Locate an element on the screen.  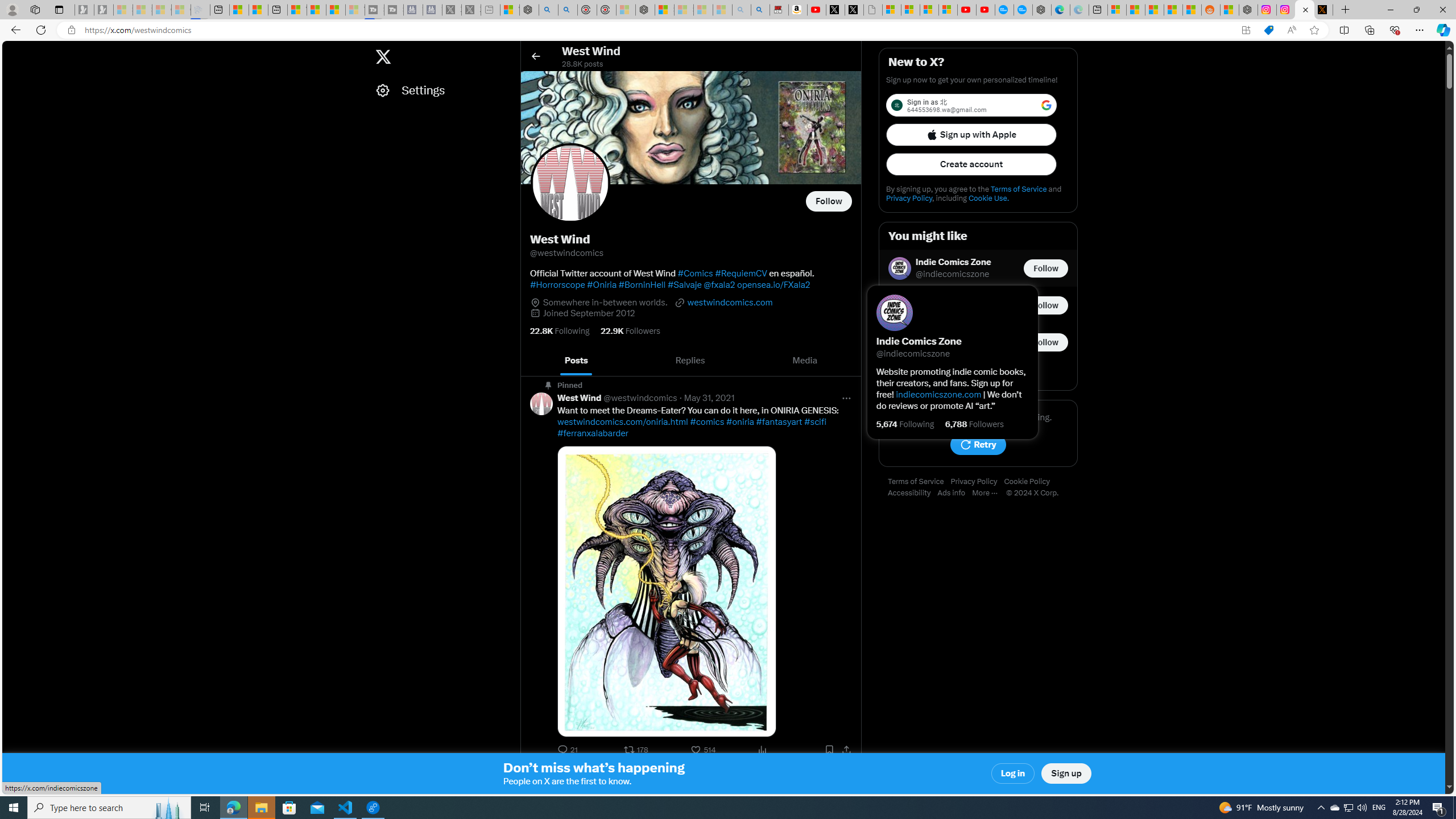
'Cookie Use.' is located at coordinates (988, 198).